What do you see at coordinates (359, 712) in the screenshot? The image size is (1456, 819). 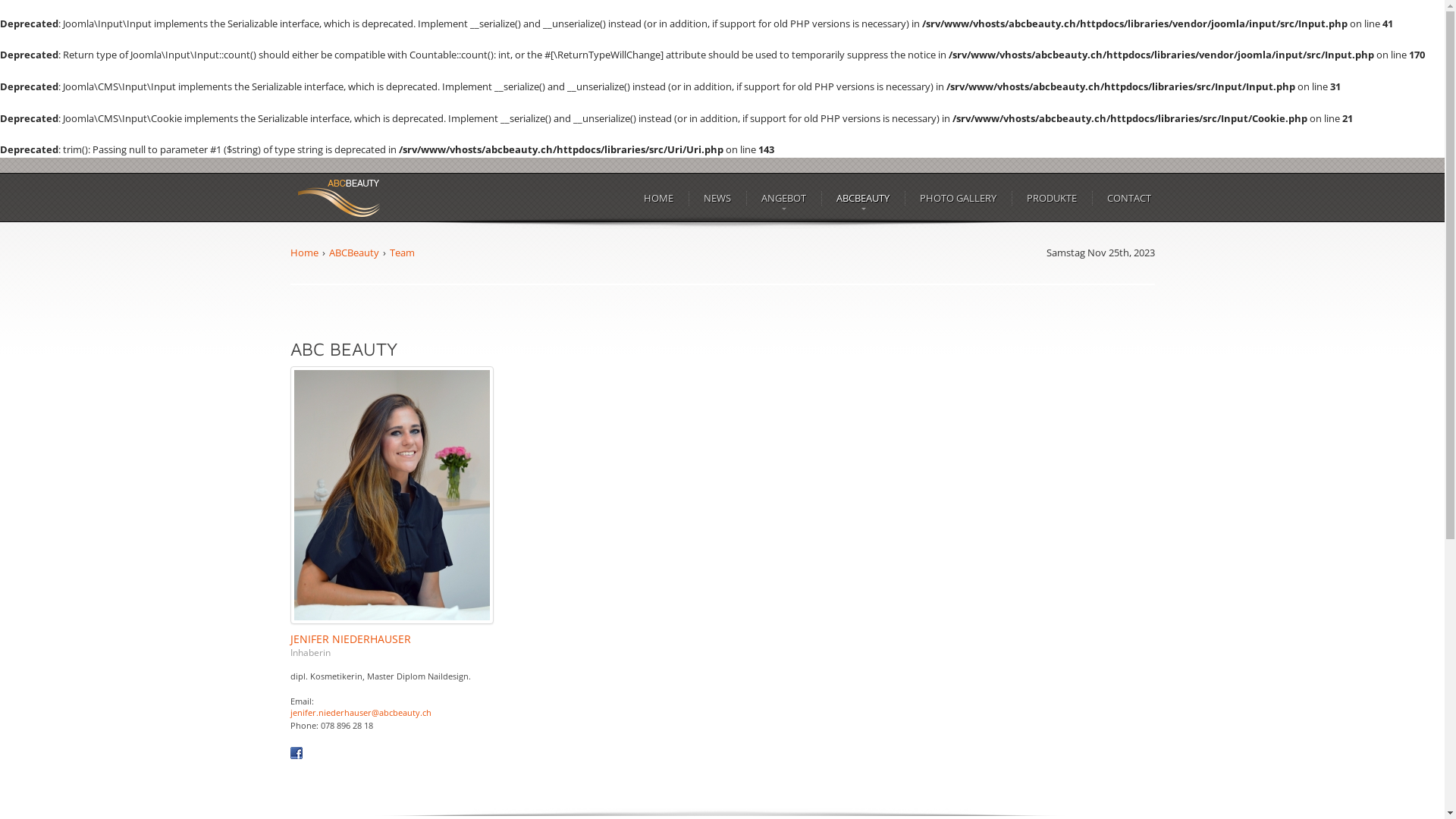 I see `'jenifer.niederhauser@abcbeauty.ch'` at bounding box center [359, 712].